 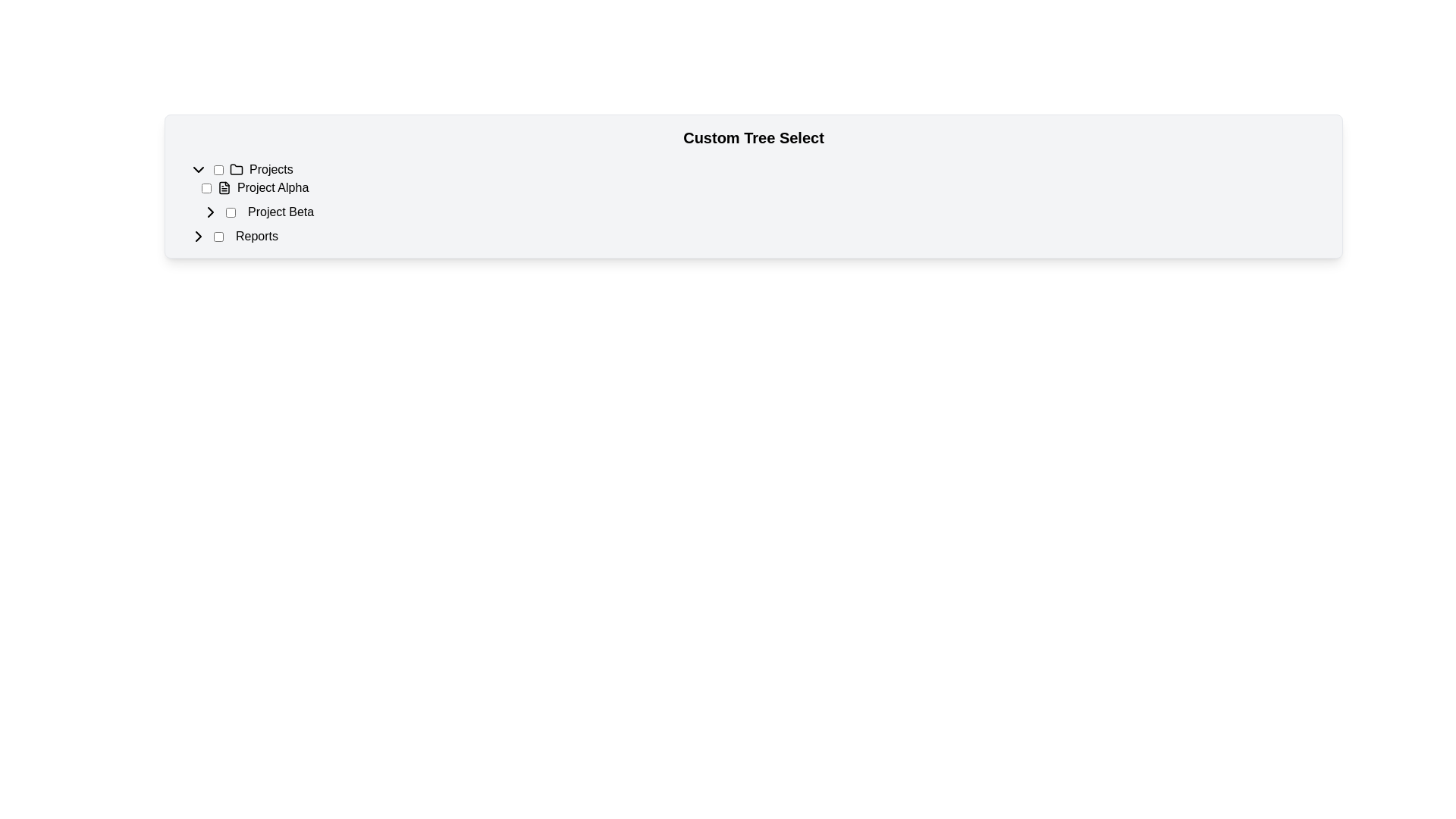 What do you see at coordinates (224, 187) in the screenshot?
I see `the file icon representing the document associated with 'Project Alpha', which is located to the left of the checkbox and precedes the text 'Project Alpha'` at bounding box center [224, 187].